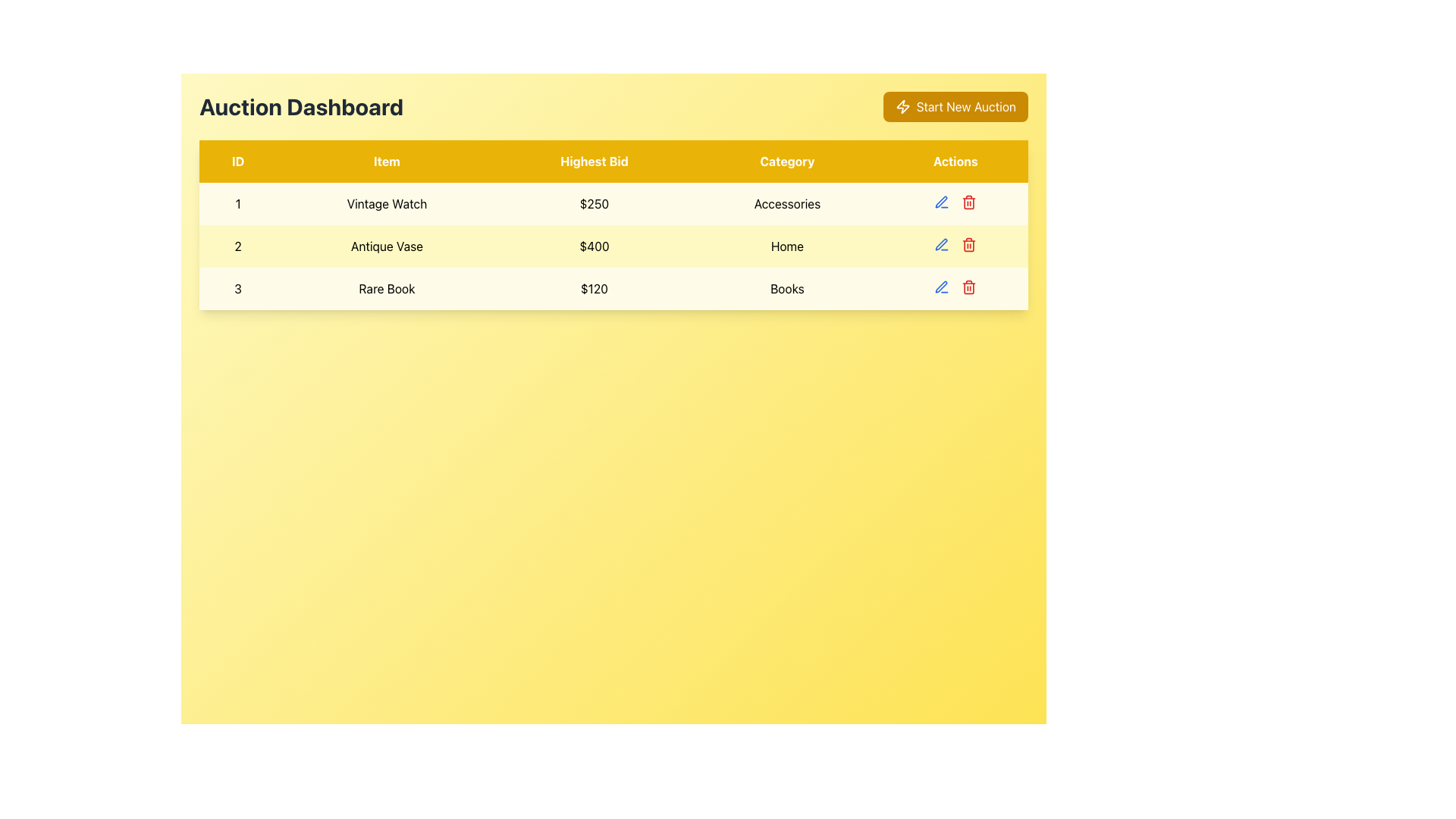 This screenshot has height=819, width=1456. I want to click on the third row element in the table that contains the ID '3', item name 'Rare Book', price '$120', and category 'Books'. This row is styled with a lighter shade of yellow and is horizontally aligned across four columns, so click(613, 289).